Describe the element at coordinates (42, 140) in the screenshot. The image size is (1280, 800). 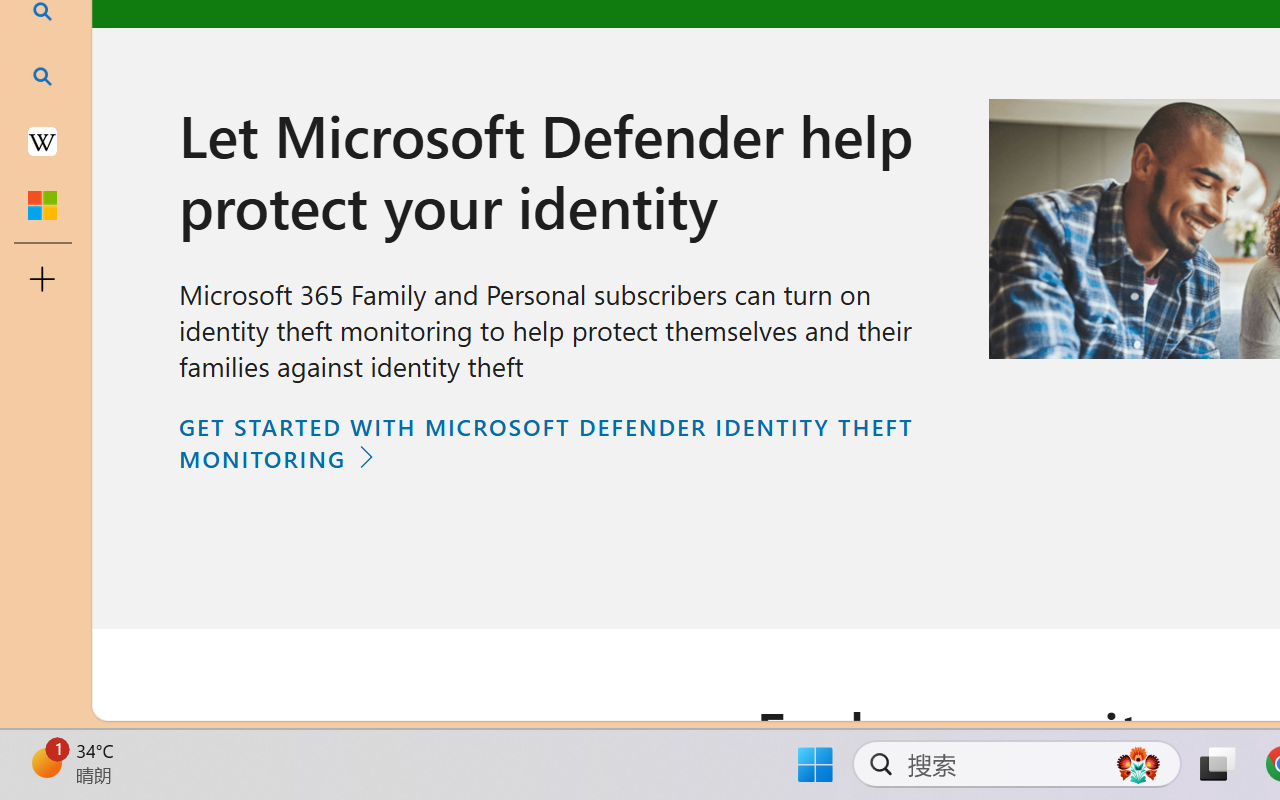
I see `'Earth - Wikipedia'` at that location.